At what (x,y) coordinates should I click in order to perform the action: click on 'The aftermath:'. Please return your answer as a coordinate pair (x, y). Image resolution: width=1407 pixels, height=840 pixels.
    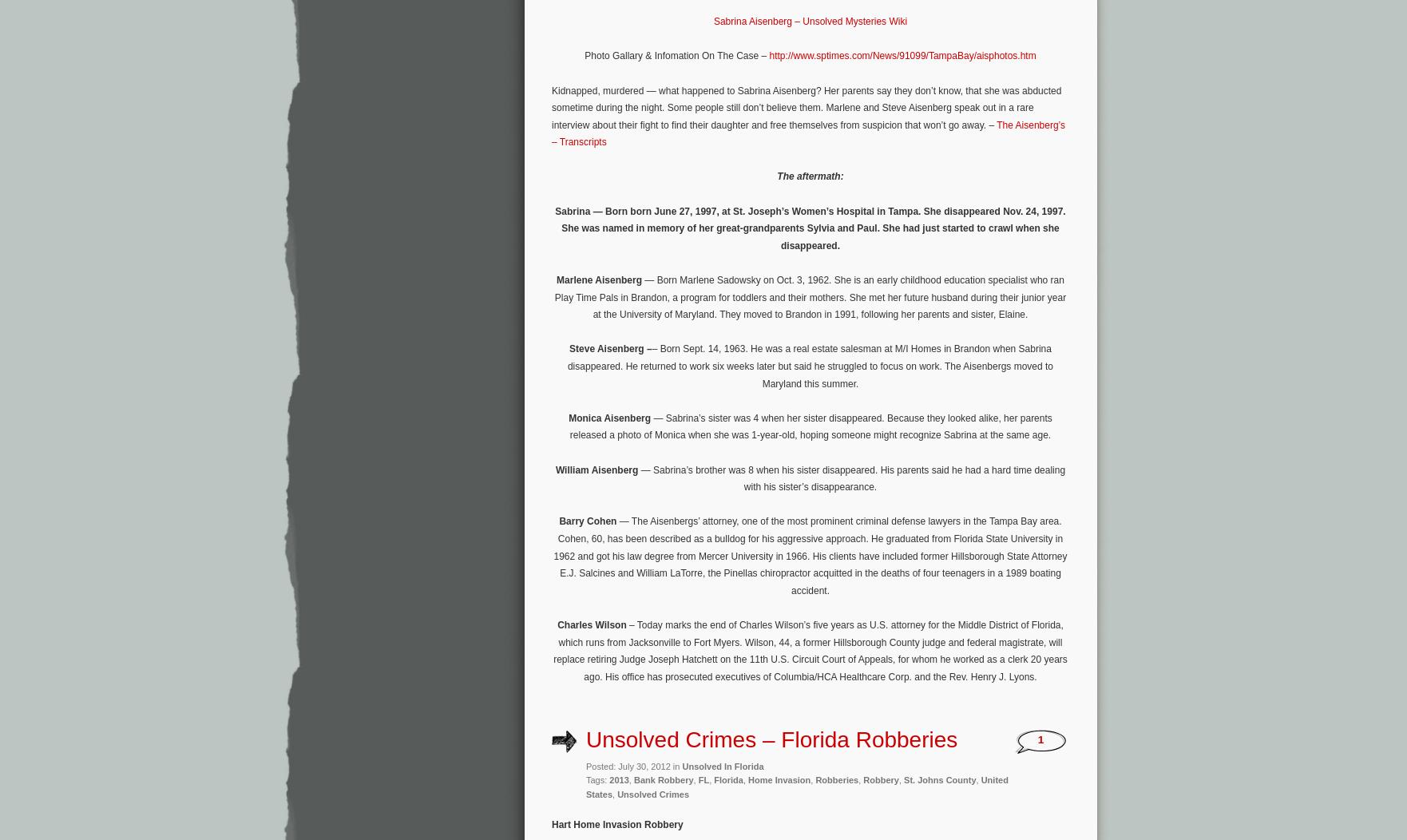
    Looking at the image, I should click on (776, 176).